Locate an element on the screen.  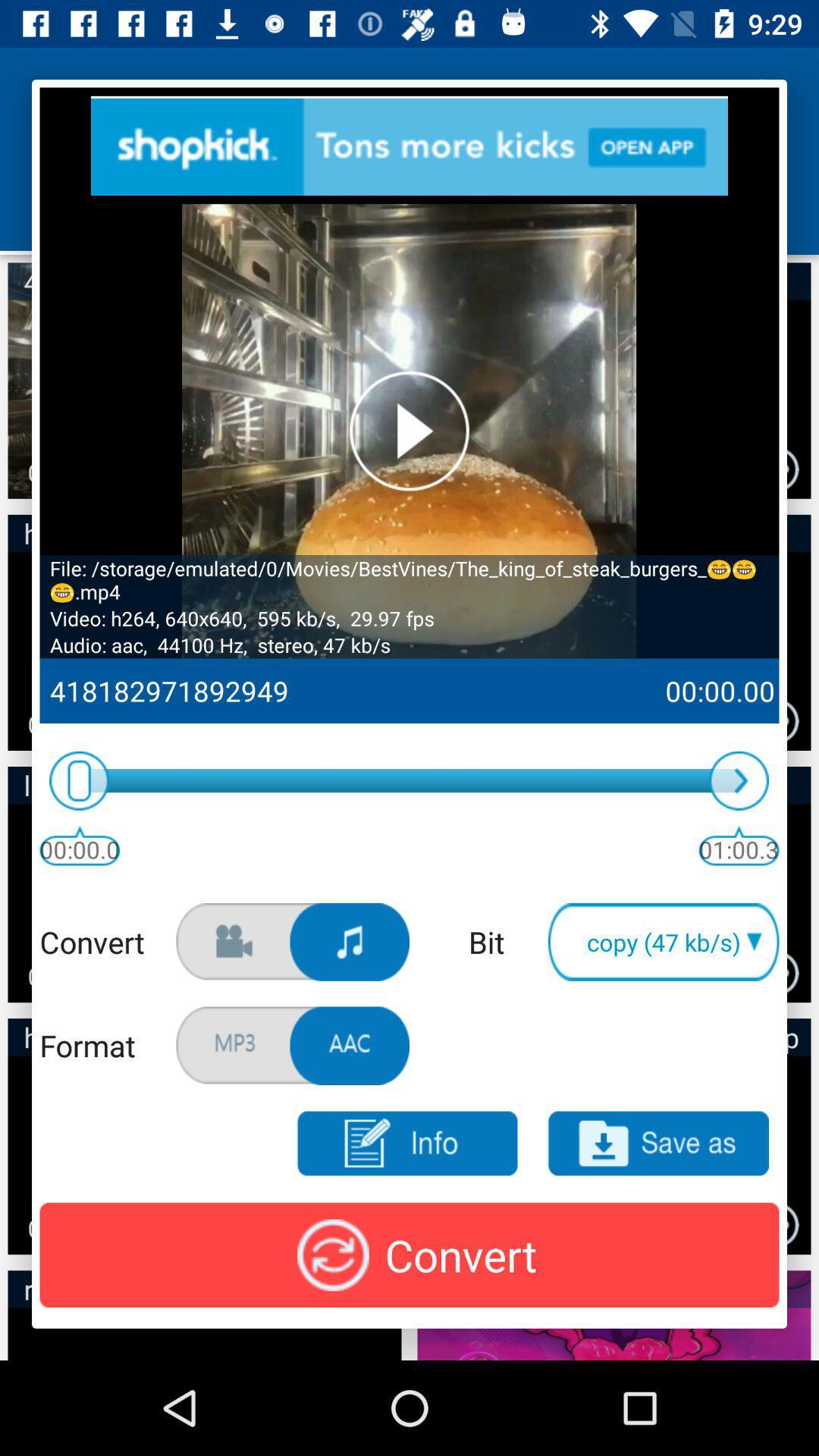
see advertisement is located at coordinates (409, 146).